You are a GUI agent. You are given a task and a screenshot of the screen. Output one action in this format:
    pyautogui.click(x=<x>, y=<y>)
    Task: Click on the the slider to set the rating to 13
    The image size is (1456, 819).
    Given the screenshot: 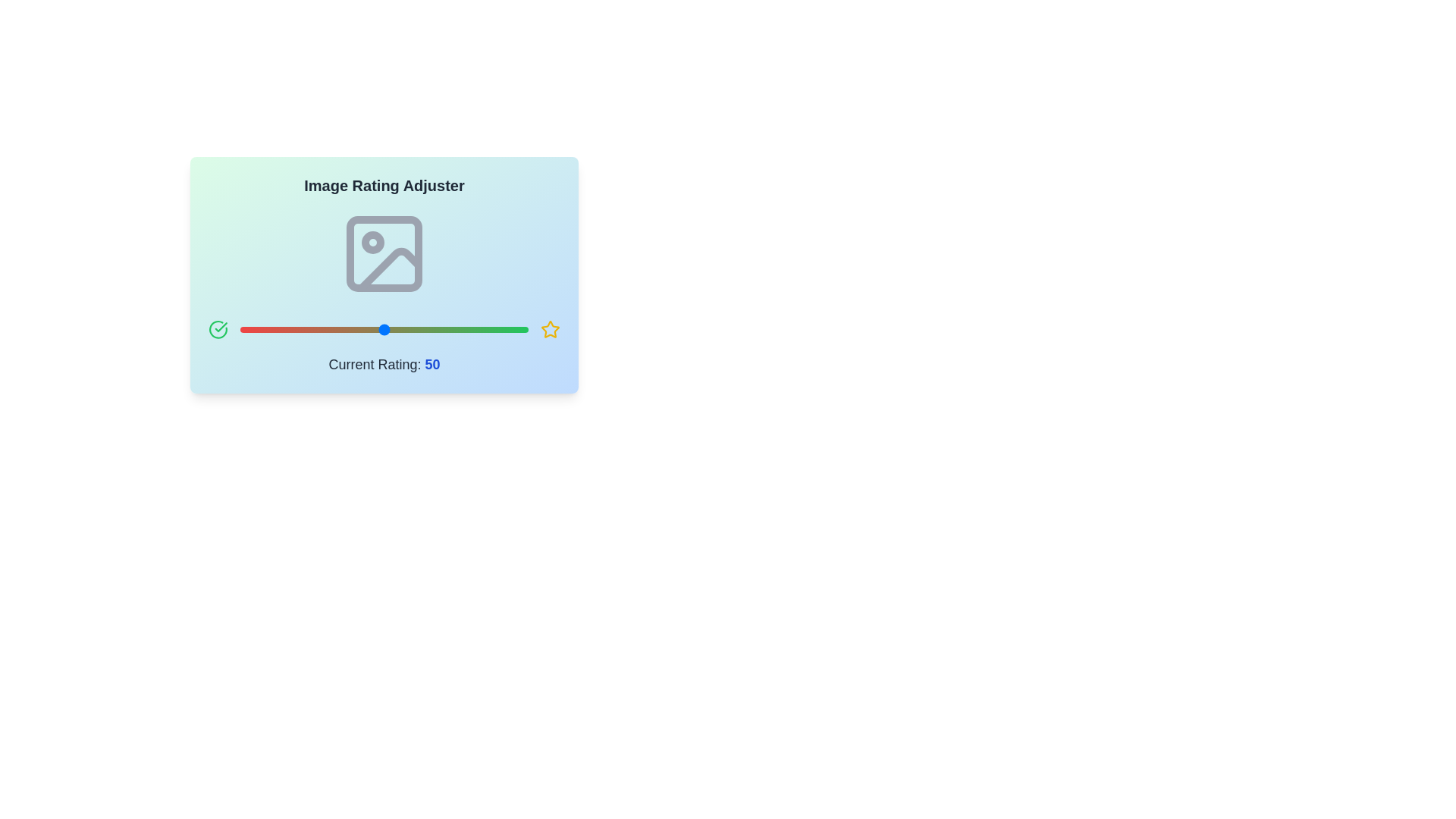 What is the action you would take?
    pyautogui.click(x=278, y=329)
    